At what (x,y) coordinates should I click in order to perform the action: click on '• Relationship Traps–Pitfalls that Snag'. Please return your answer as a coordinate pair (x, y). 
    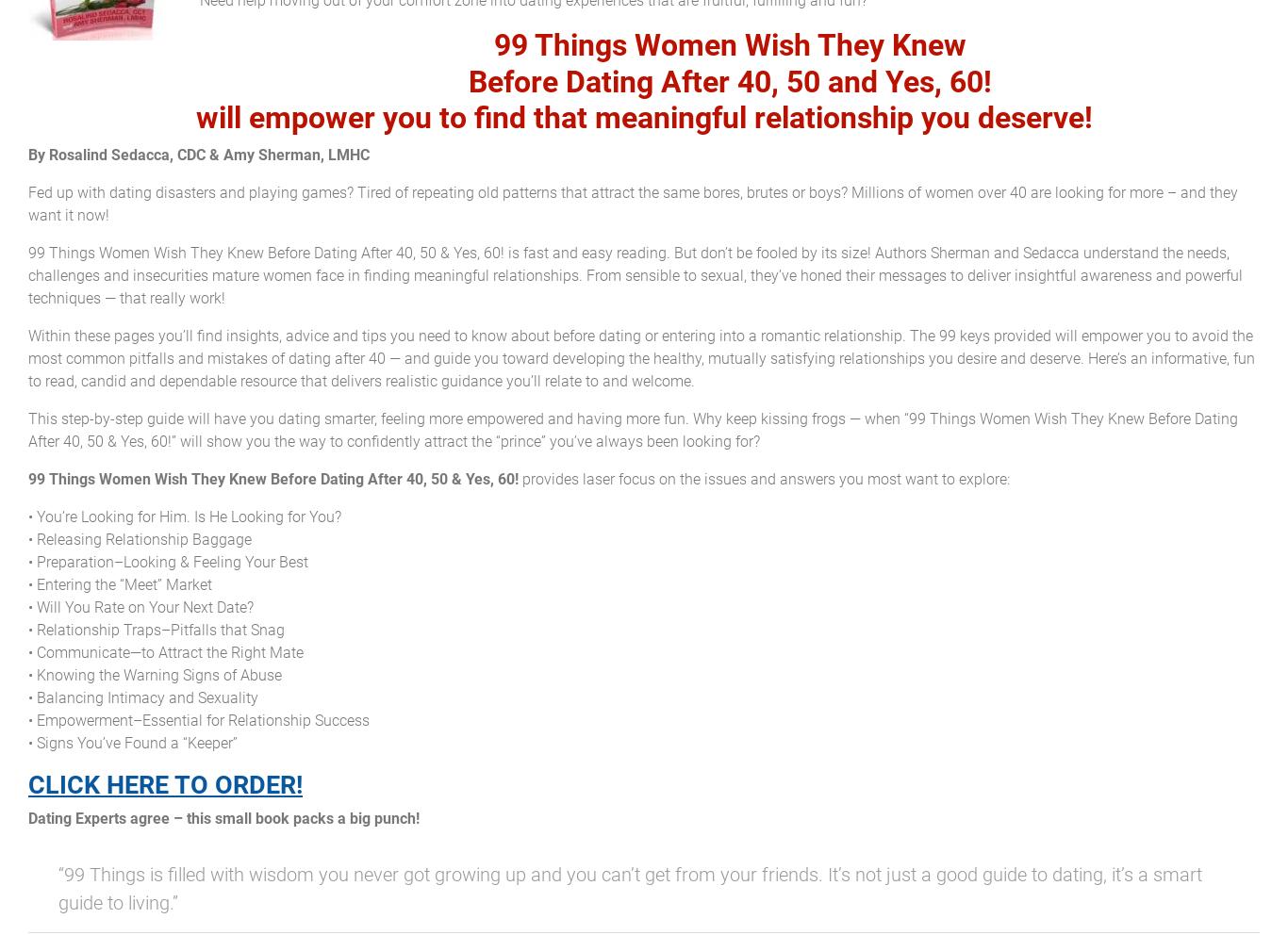
    Looking at the image, I should click on (155, 628).